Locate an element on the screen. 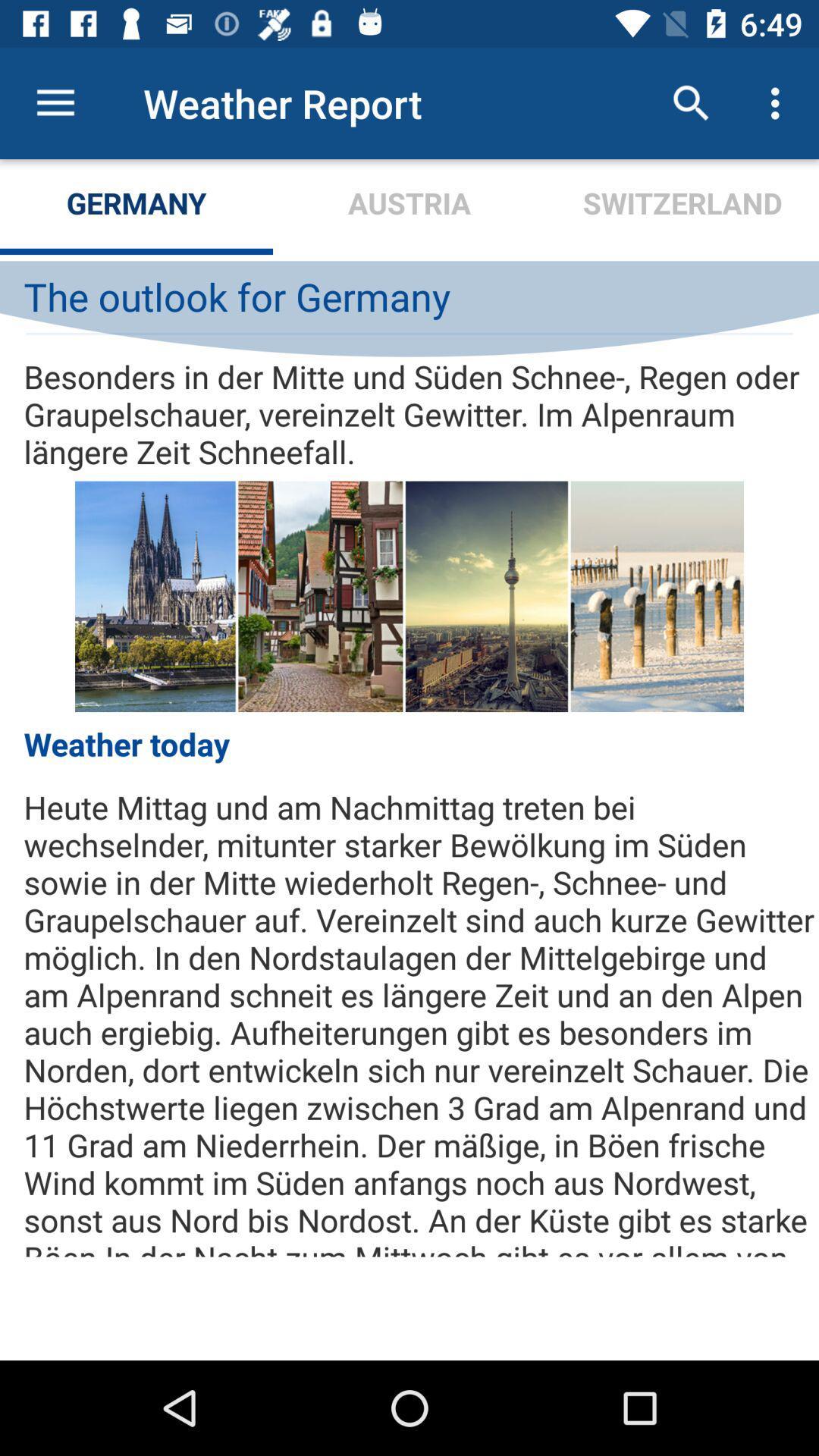  the icon to the left of the weather report icon is located at coordinates (55, 102).